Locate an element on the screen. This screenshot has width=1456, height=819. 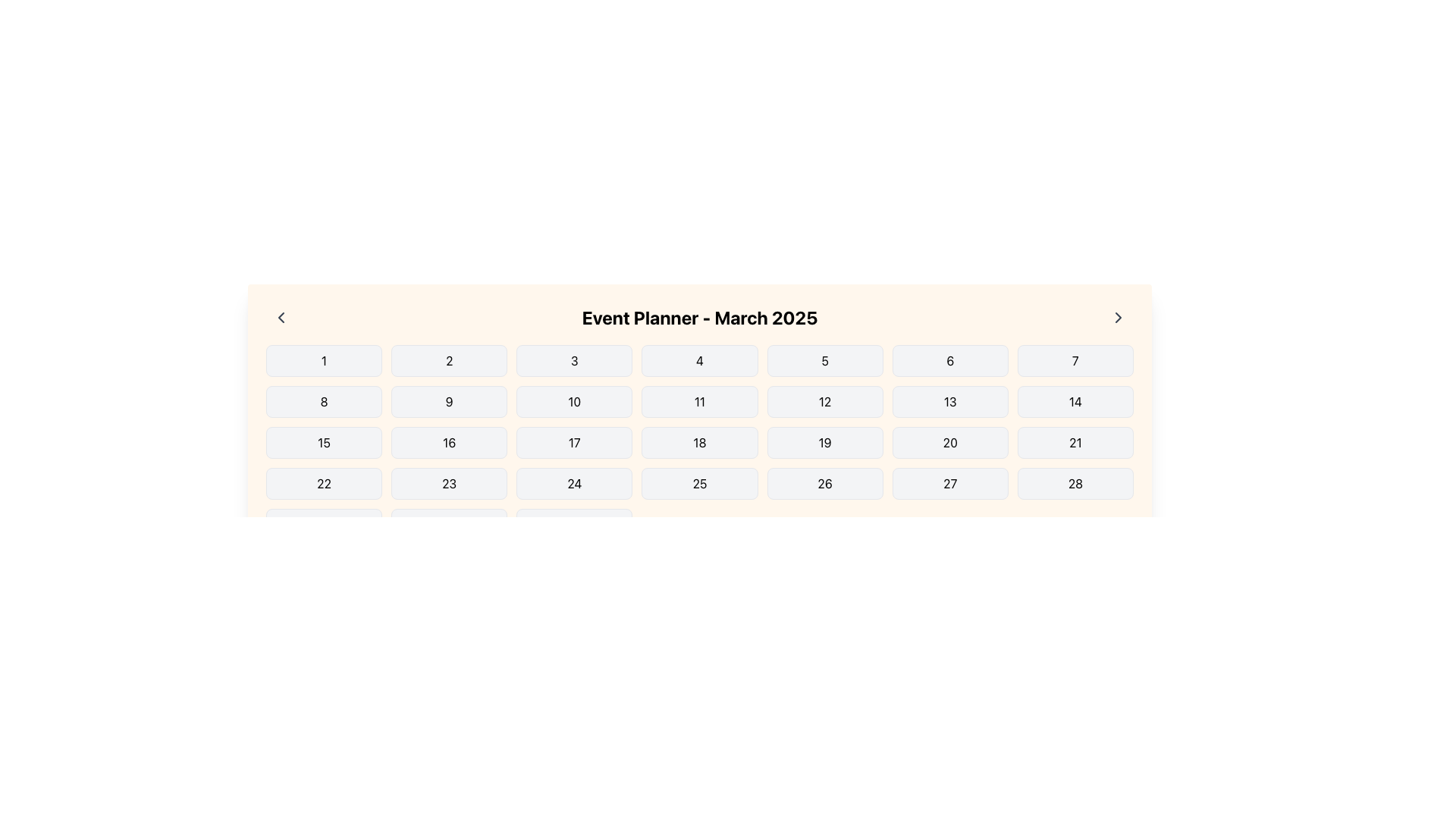
the Button-like calendar cell displaying '9' is located at coordinates (448, 400).